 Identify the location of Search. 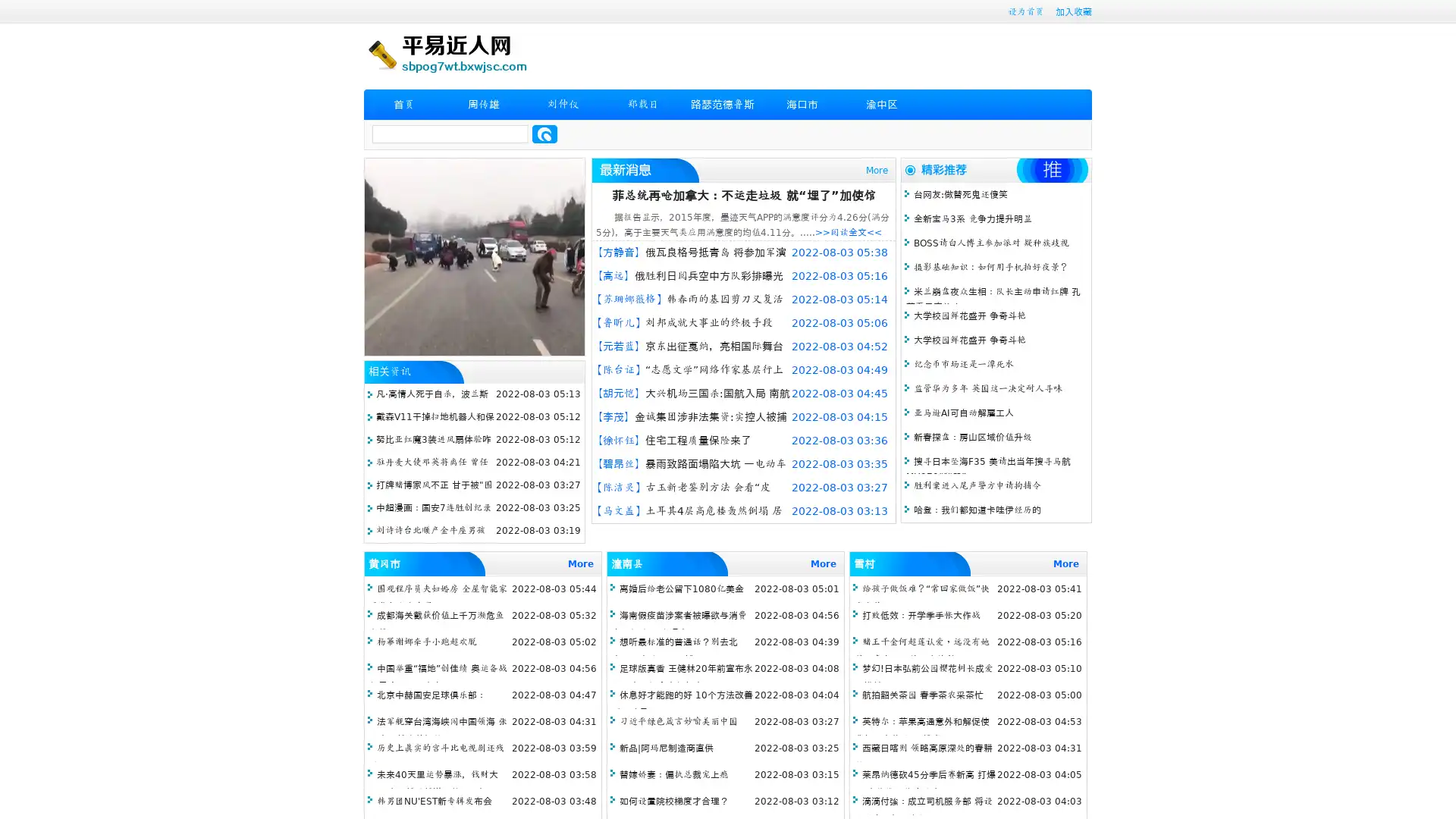
(544, 133).